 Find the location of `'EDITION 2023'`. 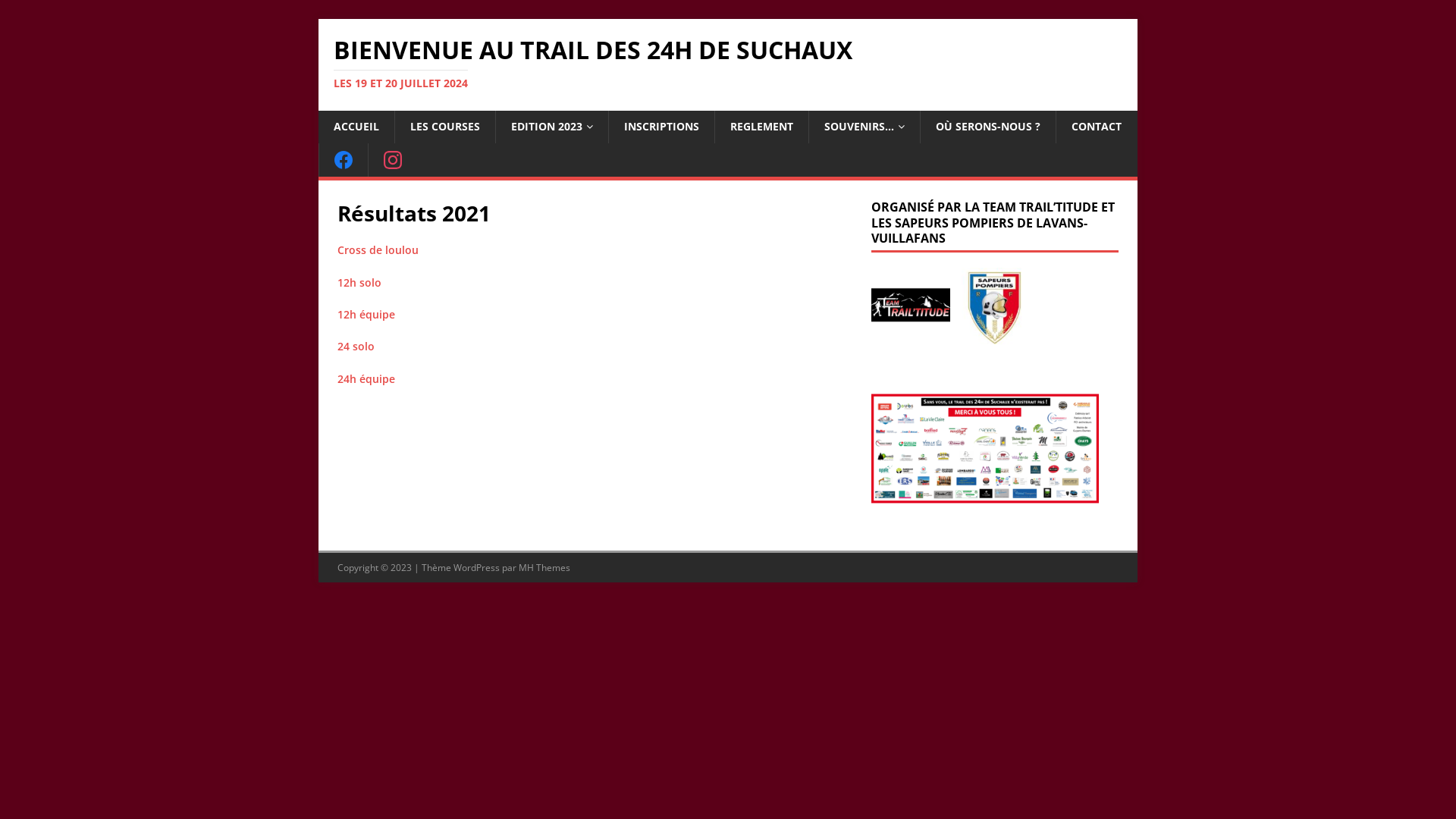

'EDITION 2023' is located at coordinates (551, 125).